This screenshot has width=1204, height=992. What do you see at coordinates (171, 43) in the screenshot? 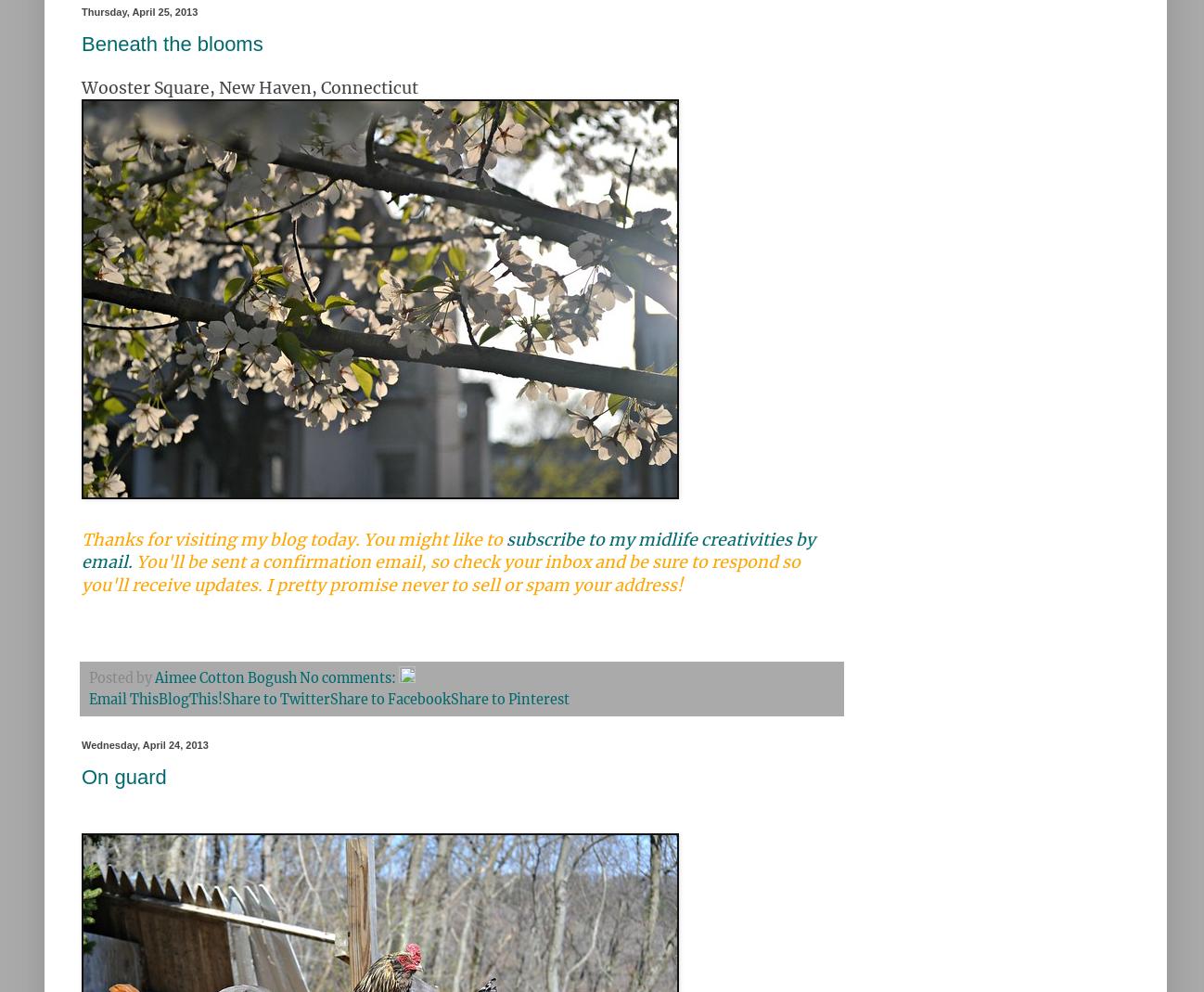
I see `'Beneath the blooms'` at bounding box center [171, 43].